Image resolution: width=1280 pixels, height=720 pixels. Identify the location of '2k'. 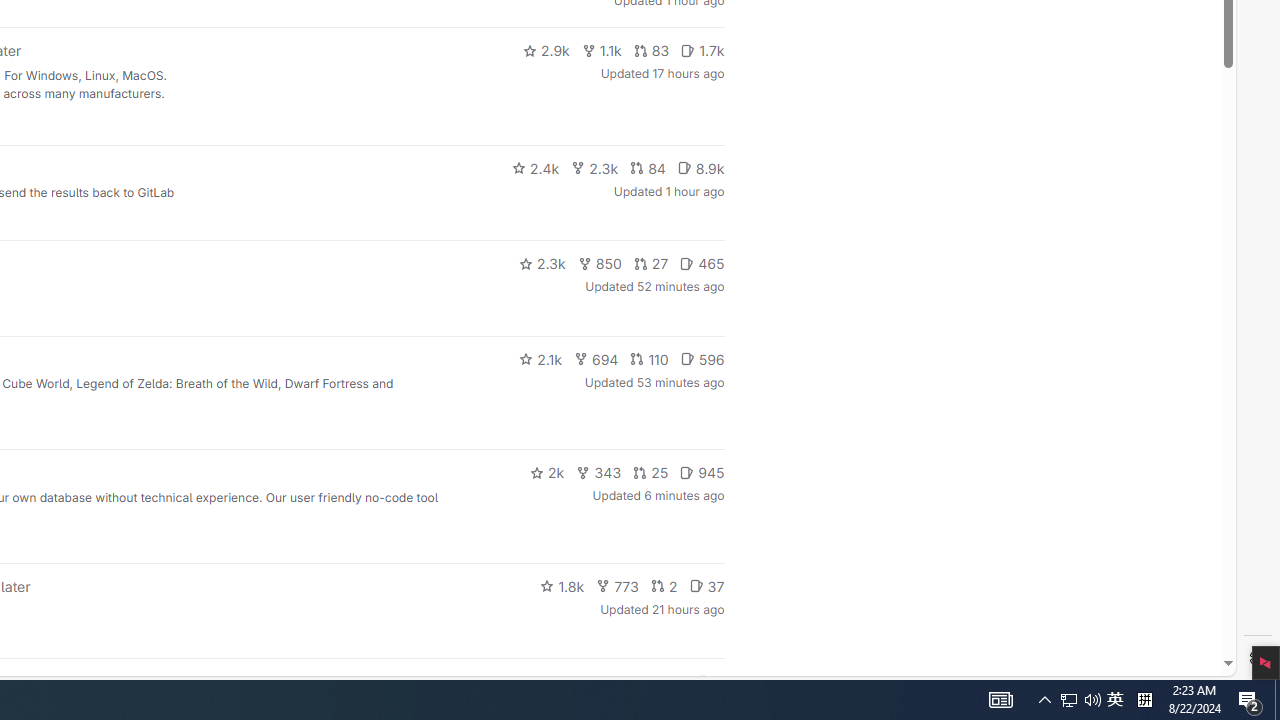
(546, 473).